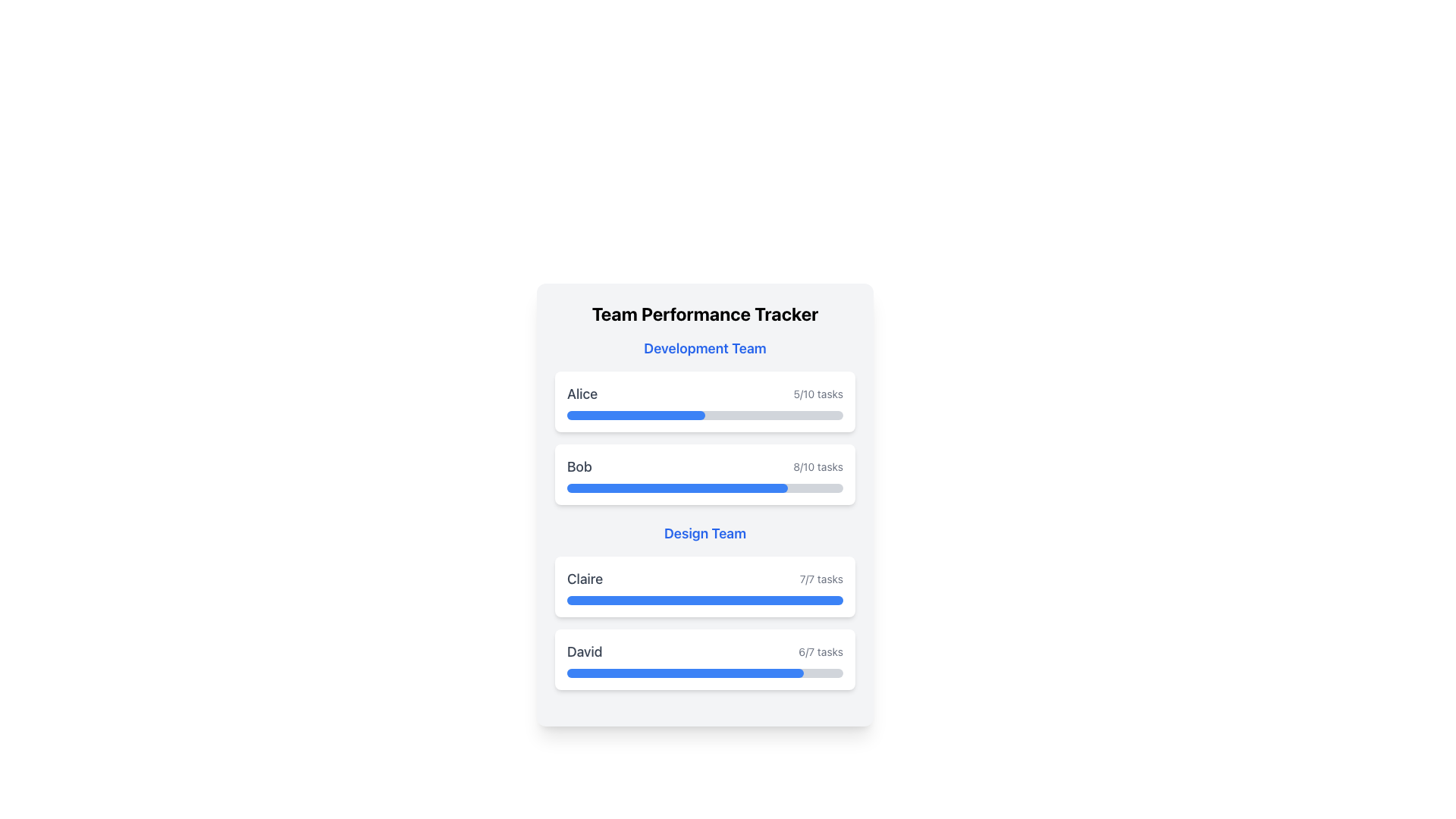 The height and width of the screenshot is (819, 1456). I want to click on the Text Label that identifies the team member 'Alice' located in the upper-left section of the horizontal group, so click(582, 394).